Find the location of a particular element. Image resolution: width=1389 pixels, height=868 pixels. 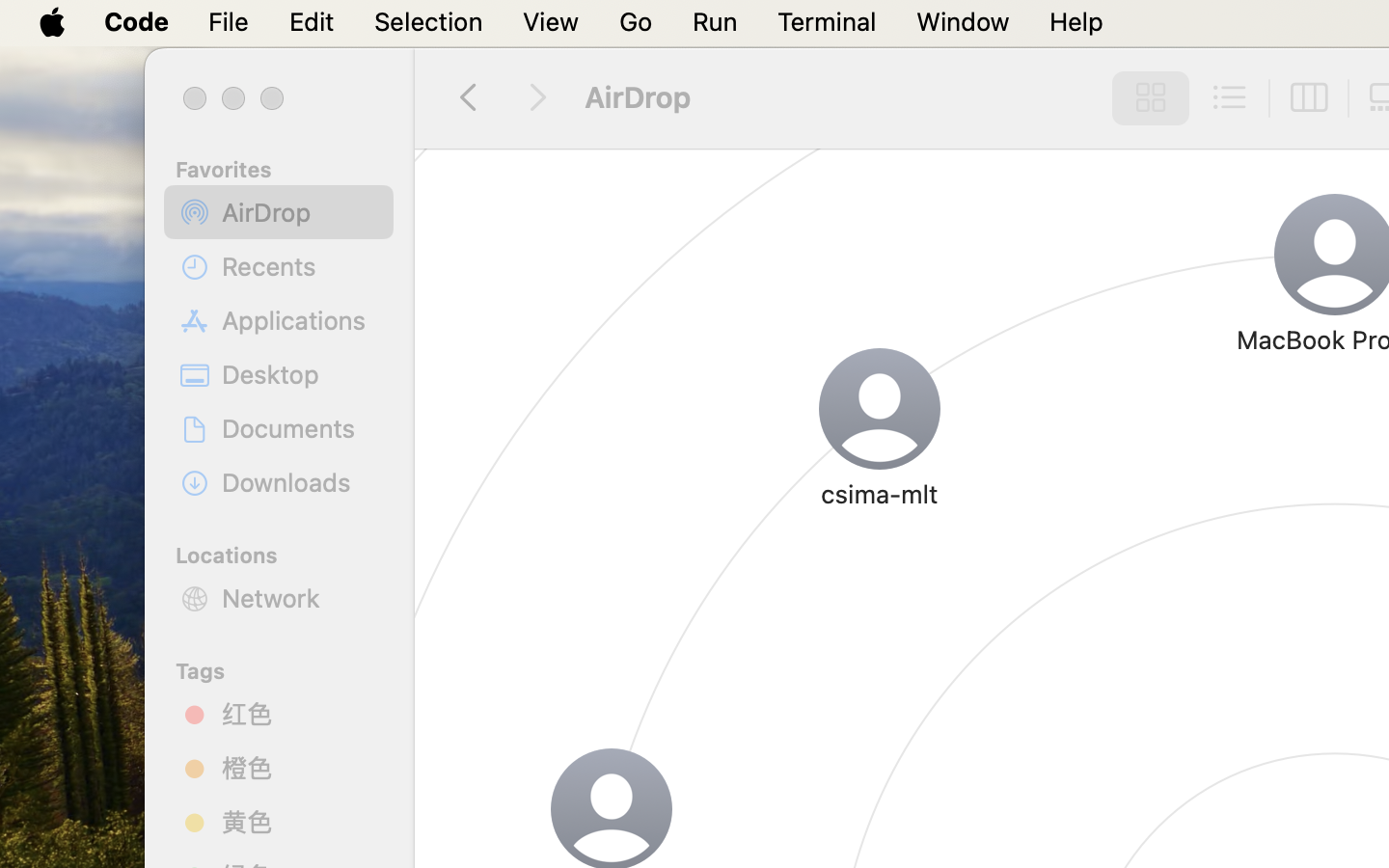

'Downloads' is located at coordinates (300, 481).